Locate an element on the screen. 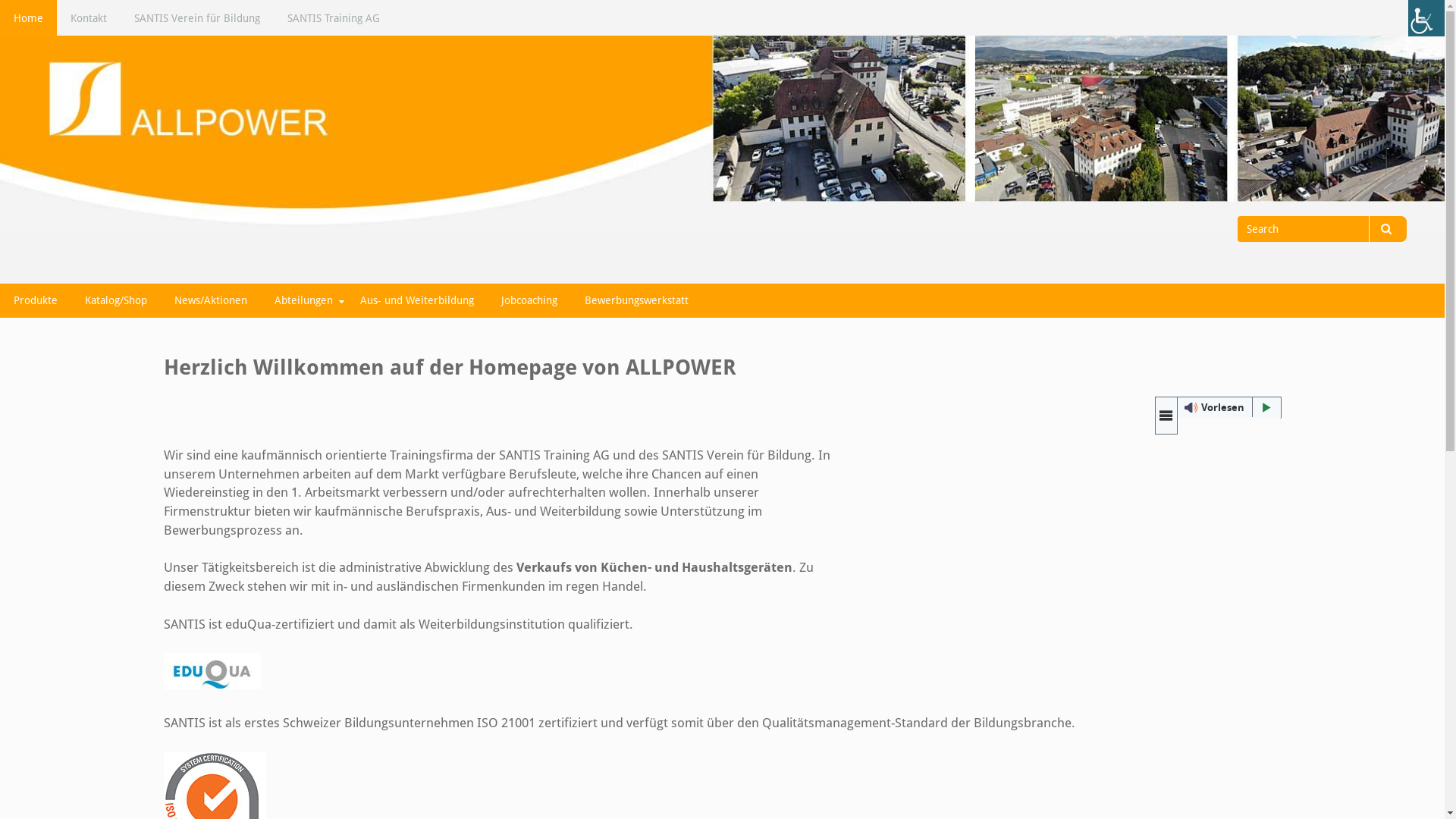 This screenshot has height=819, width=1456. 'News/Aktionen' is located at coordinates (160, 300).